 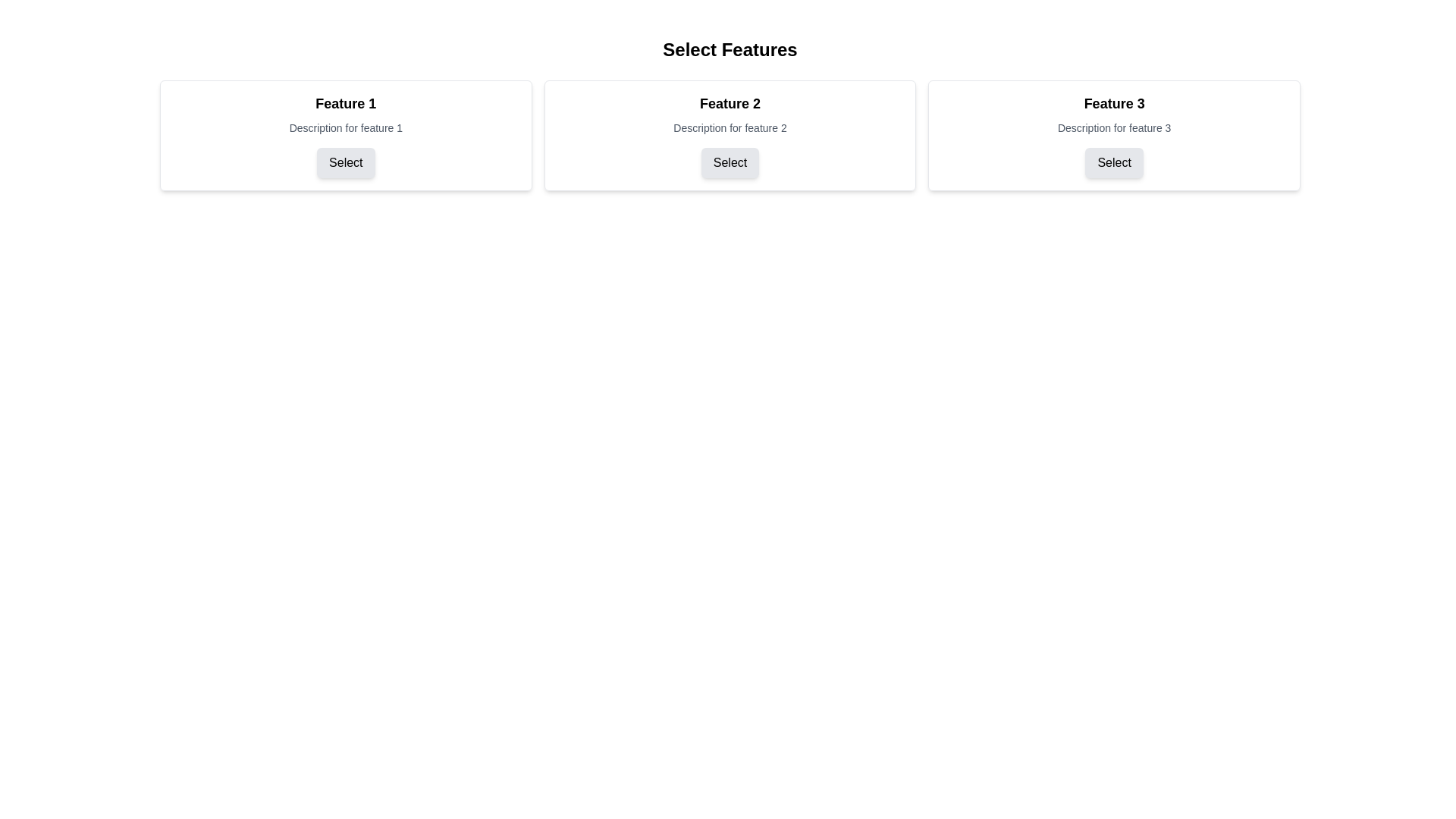 What do you see at coordinates (730, 163) in the screenshot?
I see `the 'Select' button, a rectangular button with rounded corners and a light gray background, located at the bottom of the 'Feature 2' card, below the description text` at bounding box center [730, 163].